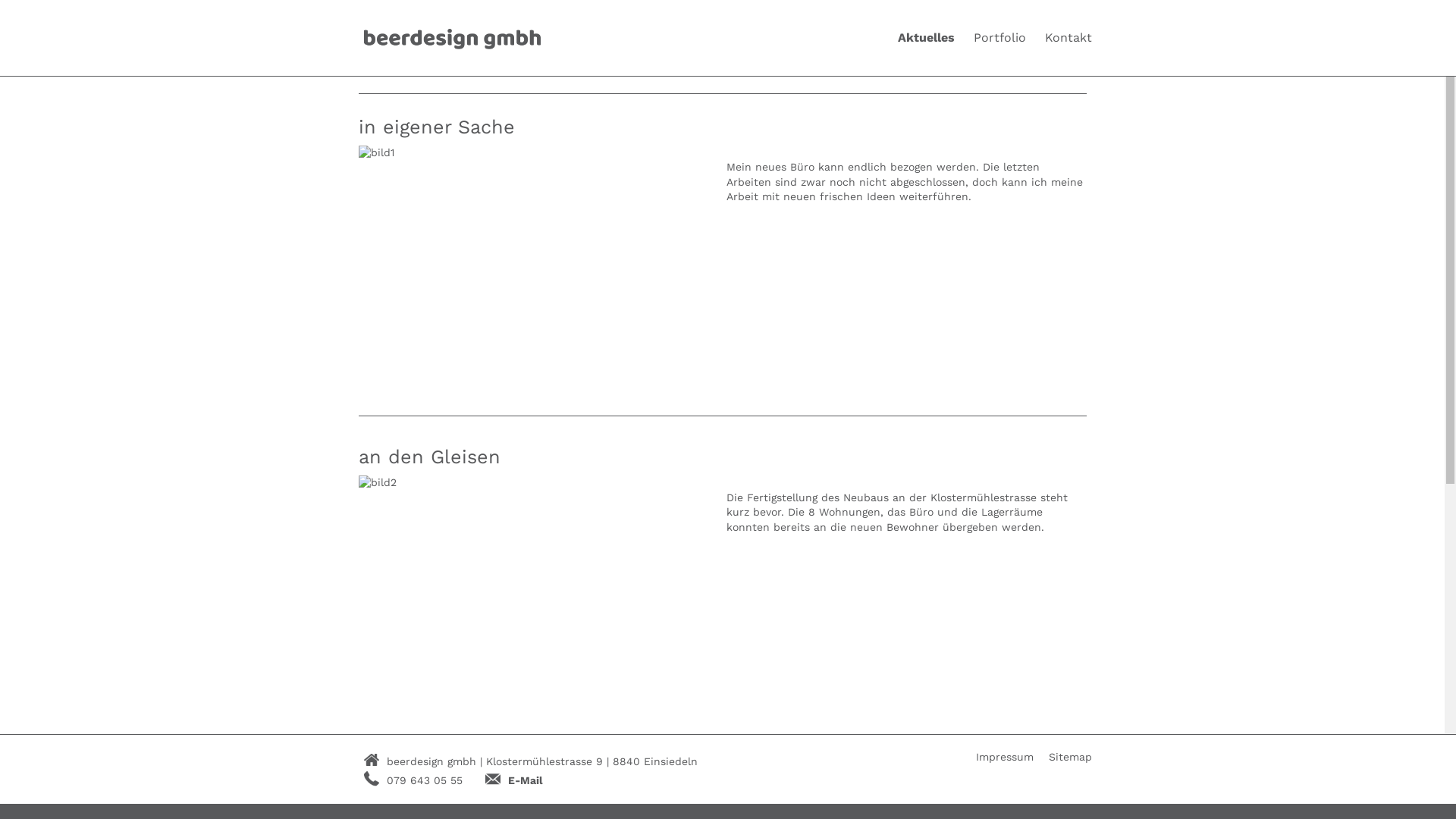 The width and height of the screenshot is (1456, 819). Describe the element at coordinates (418, 796) in the screenshot. I see `'mit Seesicht'` at that location.